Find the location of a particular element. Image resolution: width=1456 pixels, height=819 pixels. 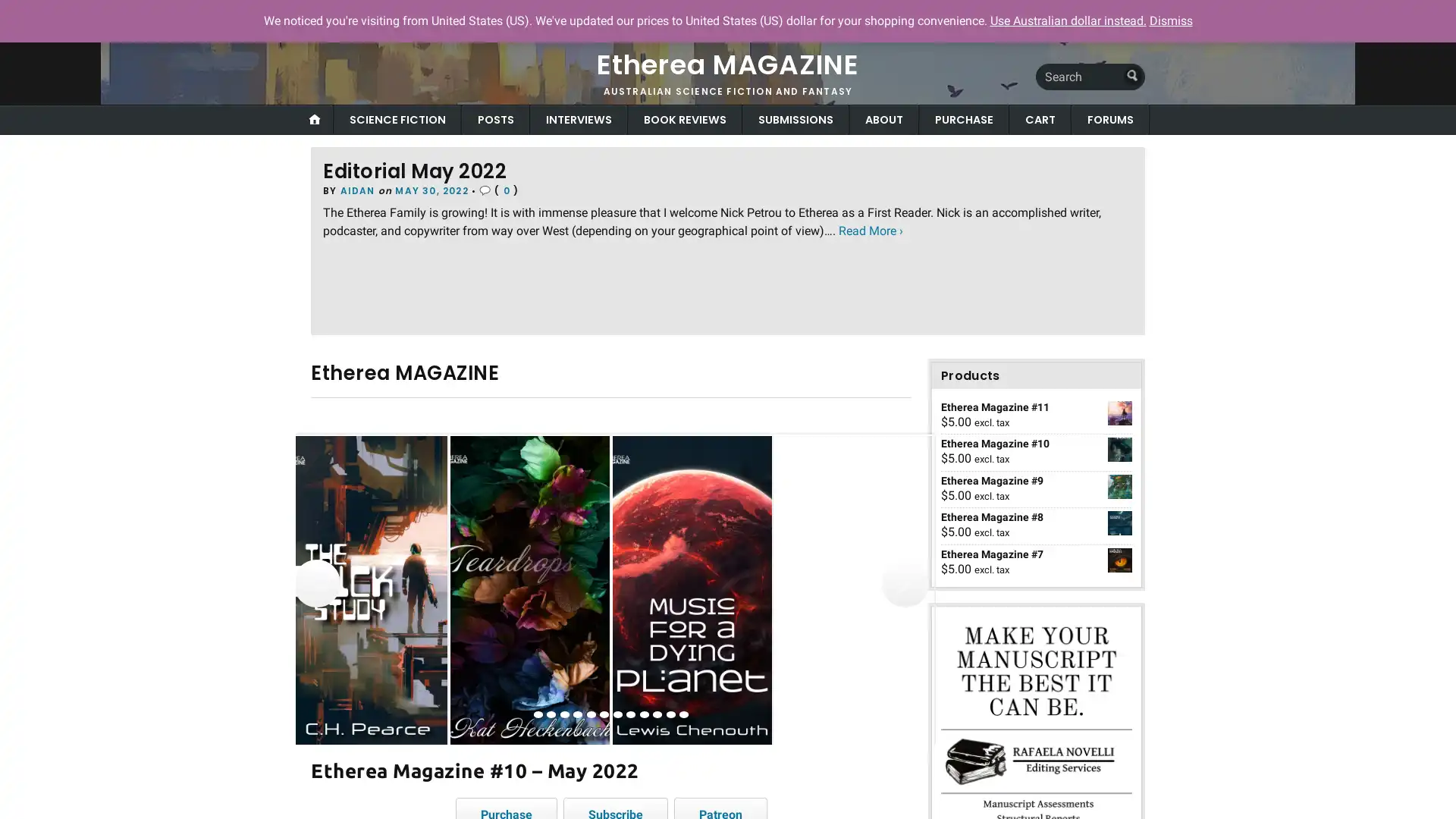

view image 2 of 12 in carousel is located at coordinates (550, 714).